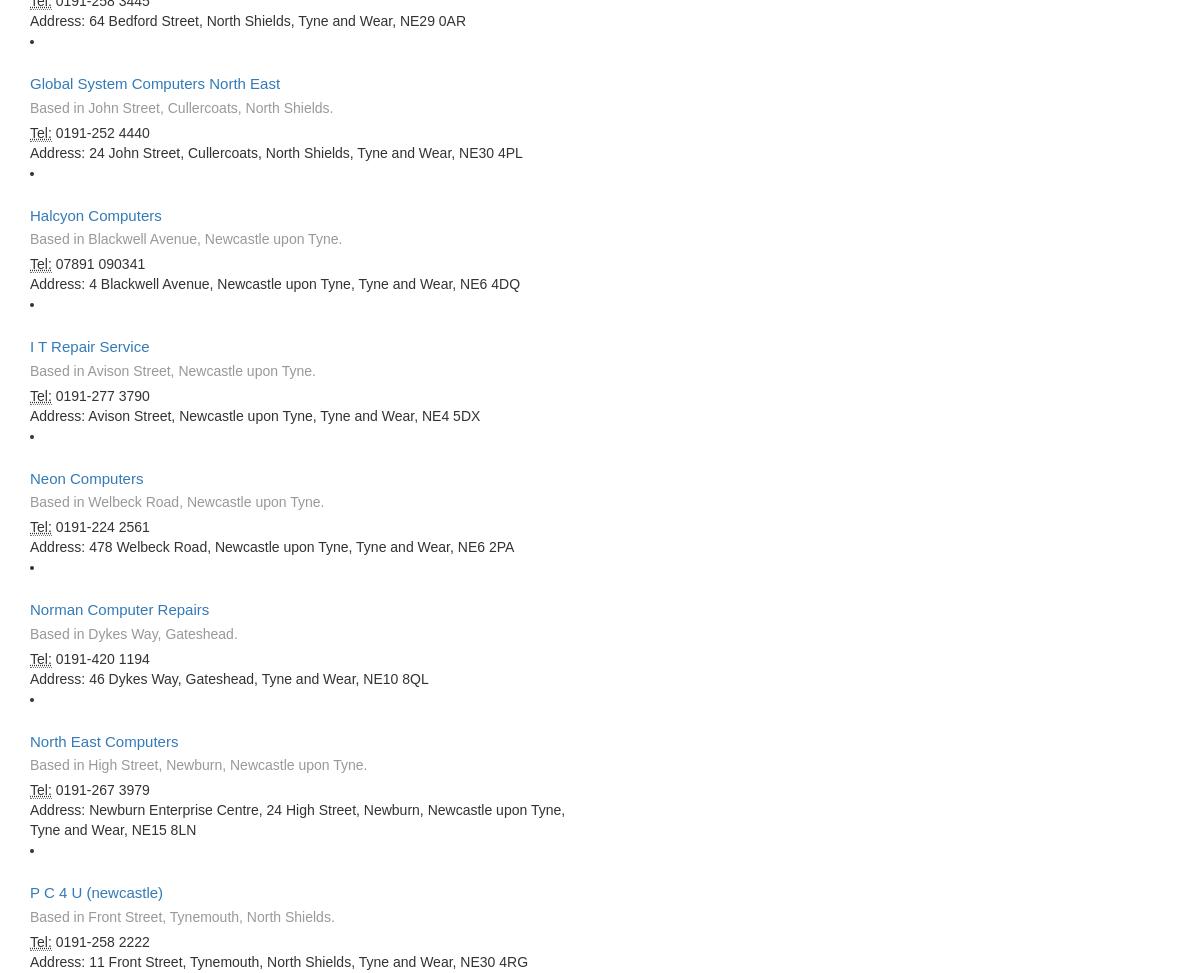  What do you see at coordinates (89, 346) in the screenshot?
I see `'I T Repair Service'` at bounding box center [89, 346].